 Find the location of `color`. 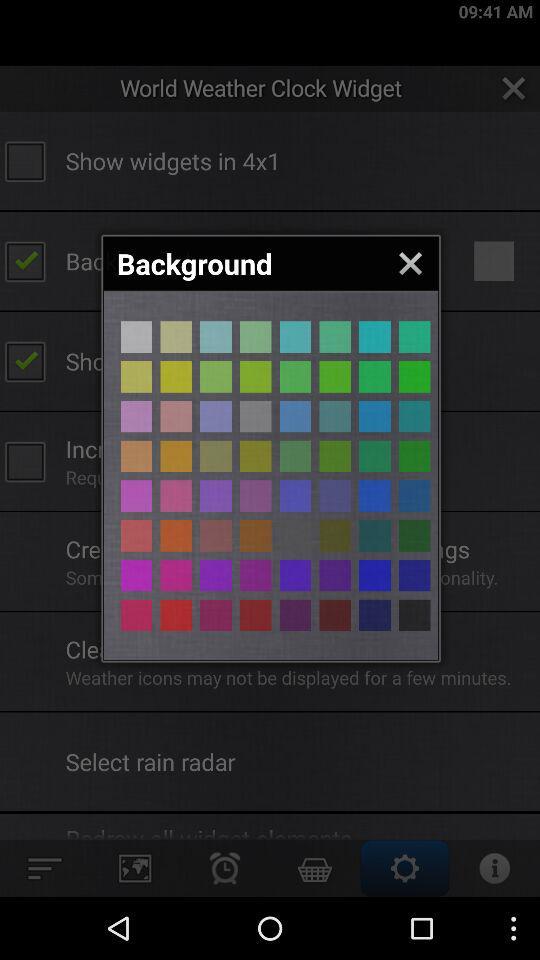

color is located at coordinates (176, 534).